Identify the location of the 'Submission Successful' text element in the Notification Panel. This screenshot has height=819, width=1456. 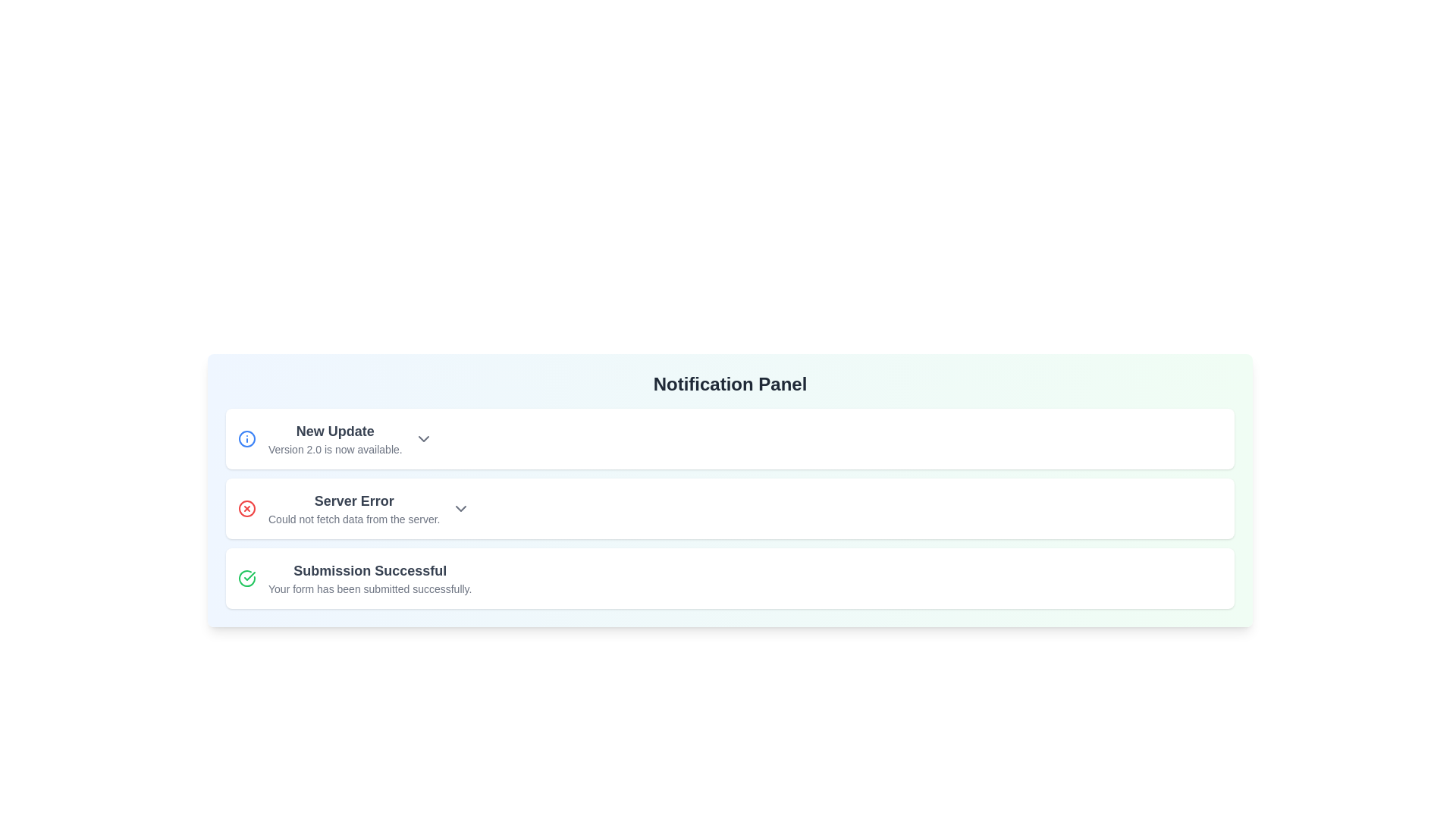
(370, 570).